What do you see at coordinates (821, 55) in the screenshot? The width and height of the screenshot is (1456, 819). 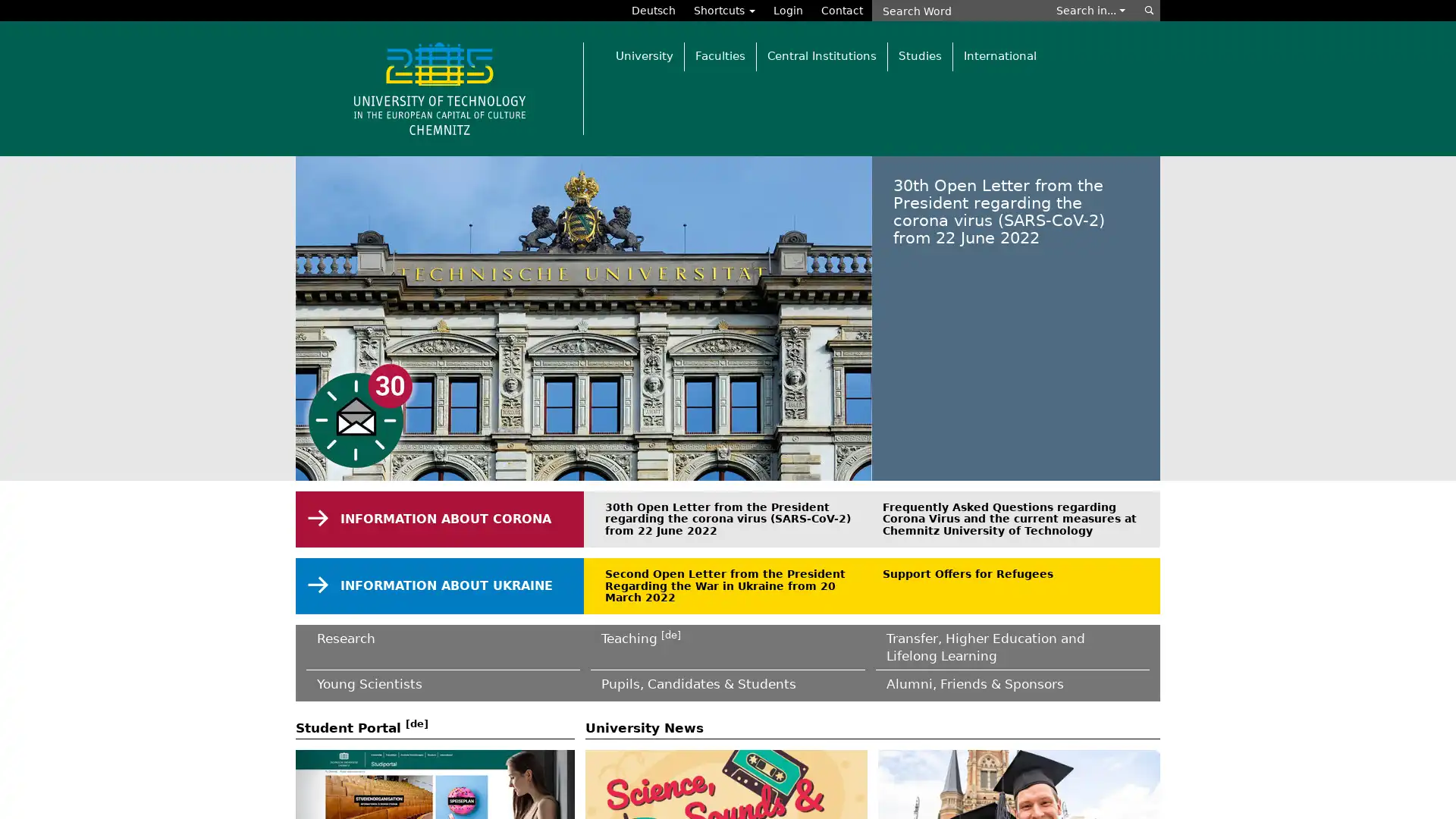 I see `Central Institutions` at bounding box center [821, 55].